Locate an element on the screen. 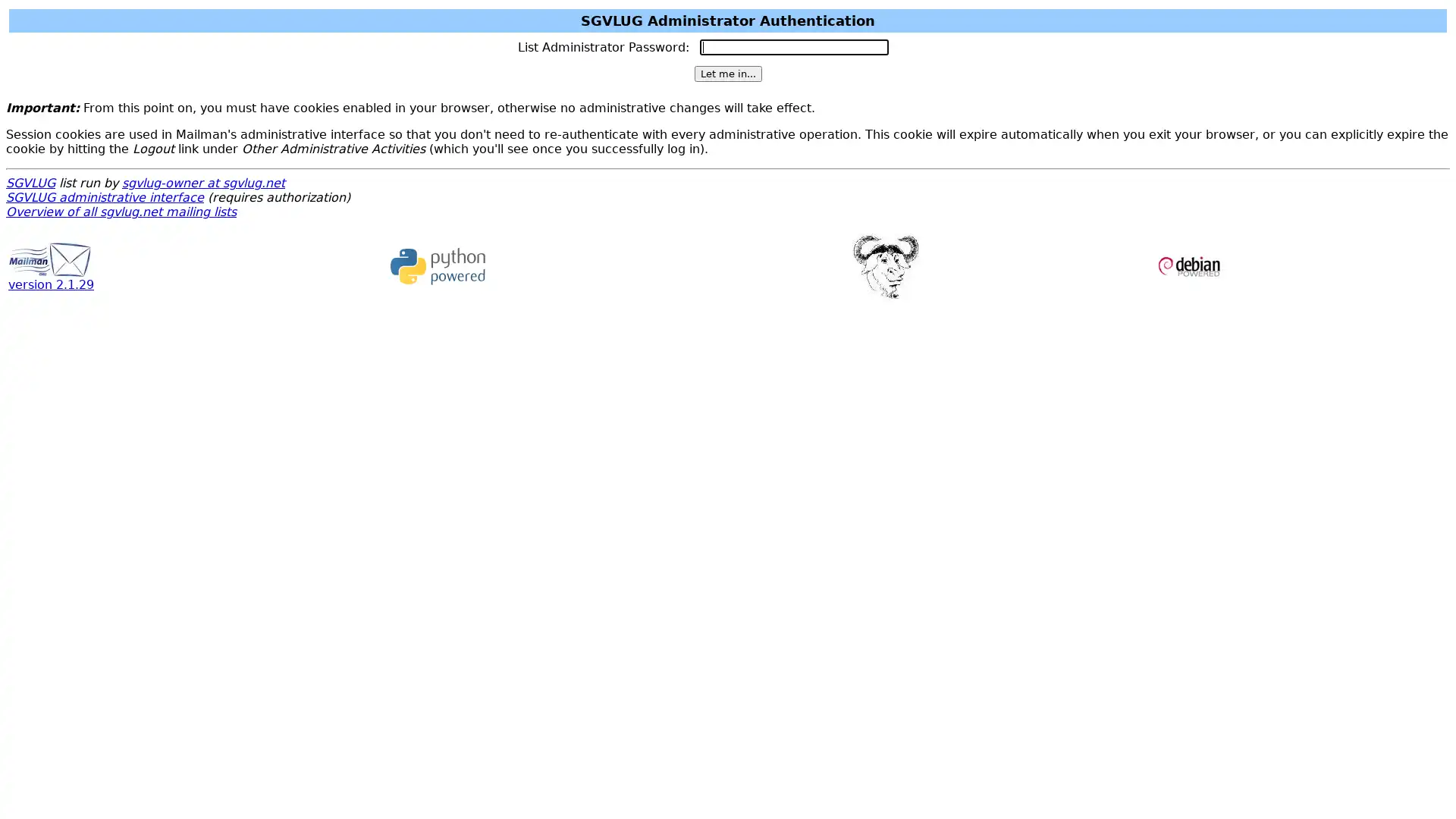  Let me in... is located at coordinates (726, 74).